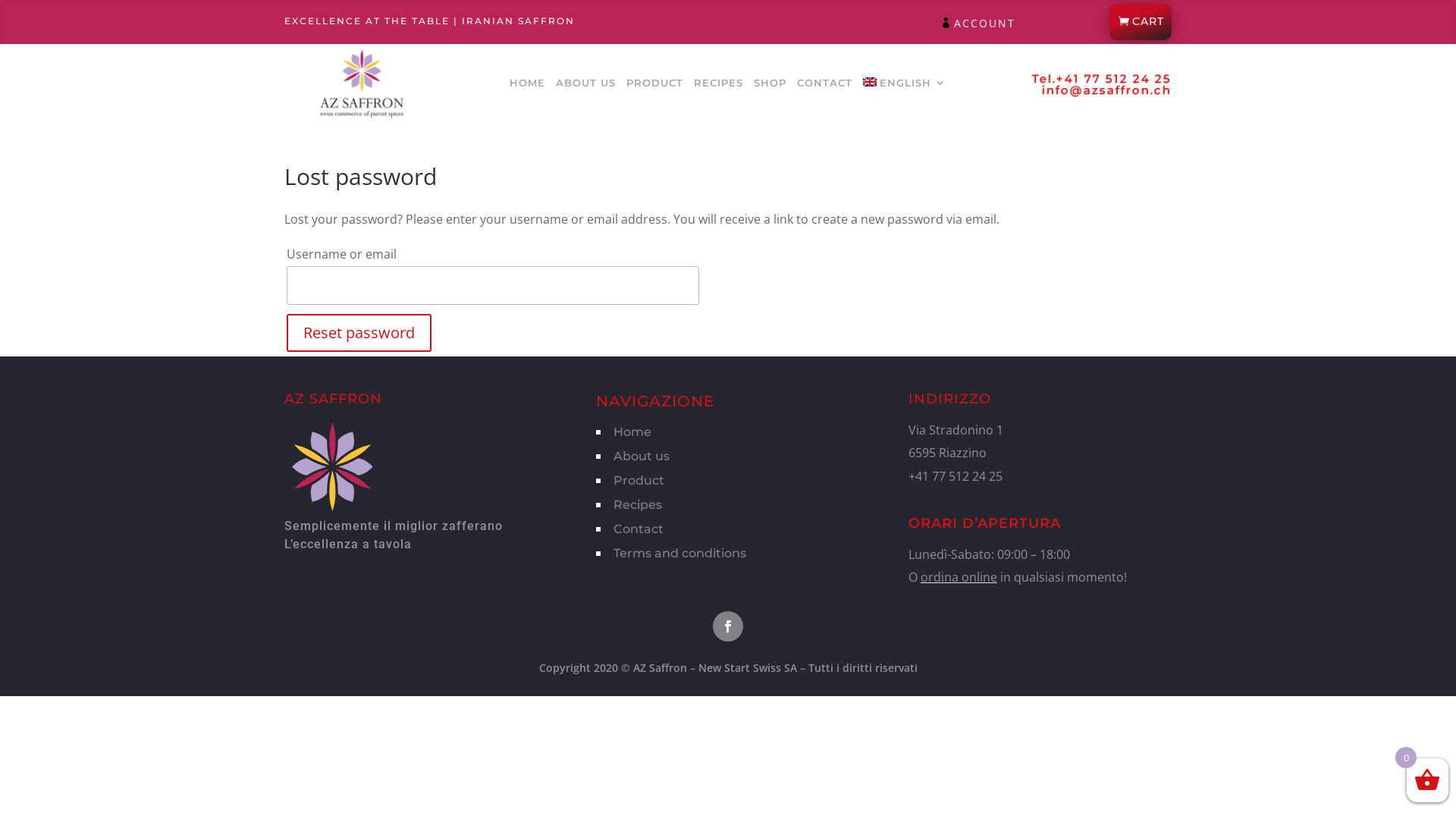  What do you see at coordinates (679, 553) in the screenshot?
I see `'Terms and conditions'` at bounding box center [679, 553].